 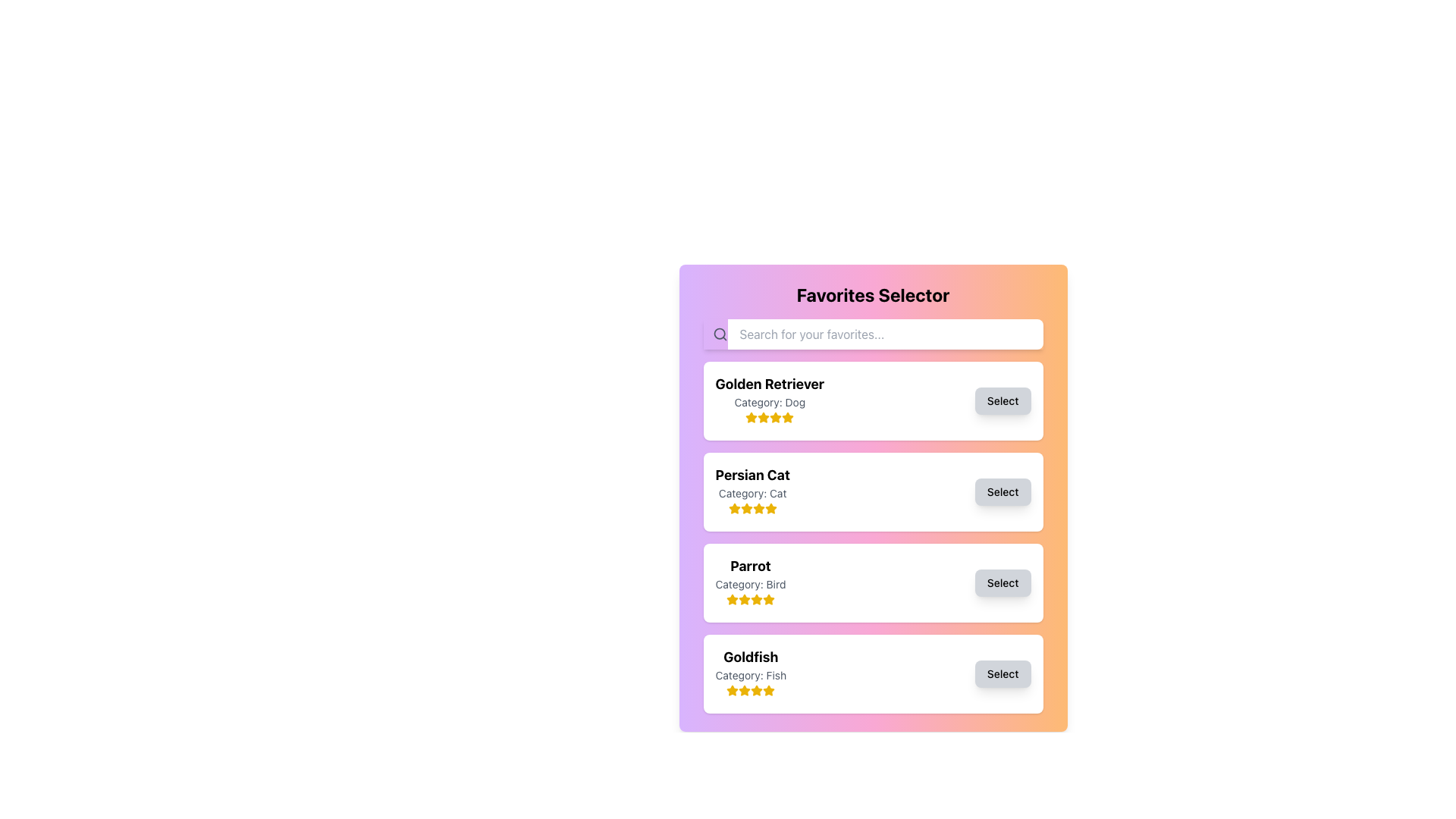 What do you see at coordinates (752, 494) in the screenshot?
I see `the static text label 'Category: Cat' which is positioned below the title 'Persian Cat' and above the star rating section` at bounding box center [752, 494].